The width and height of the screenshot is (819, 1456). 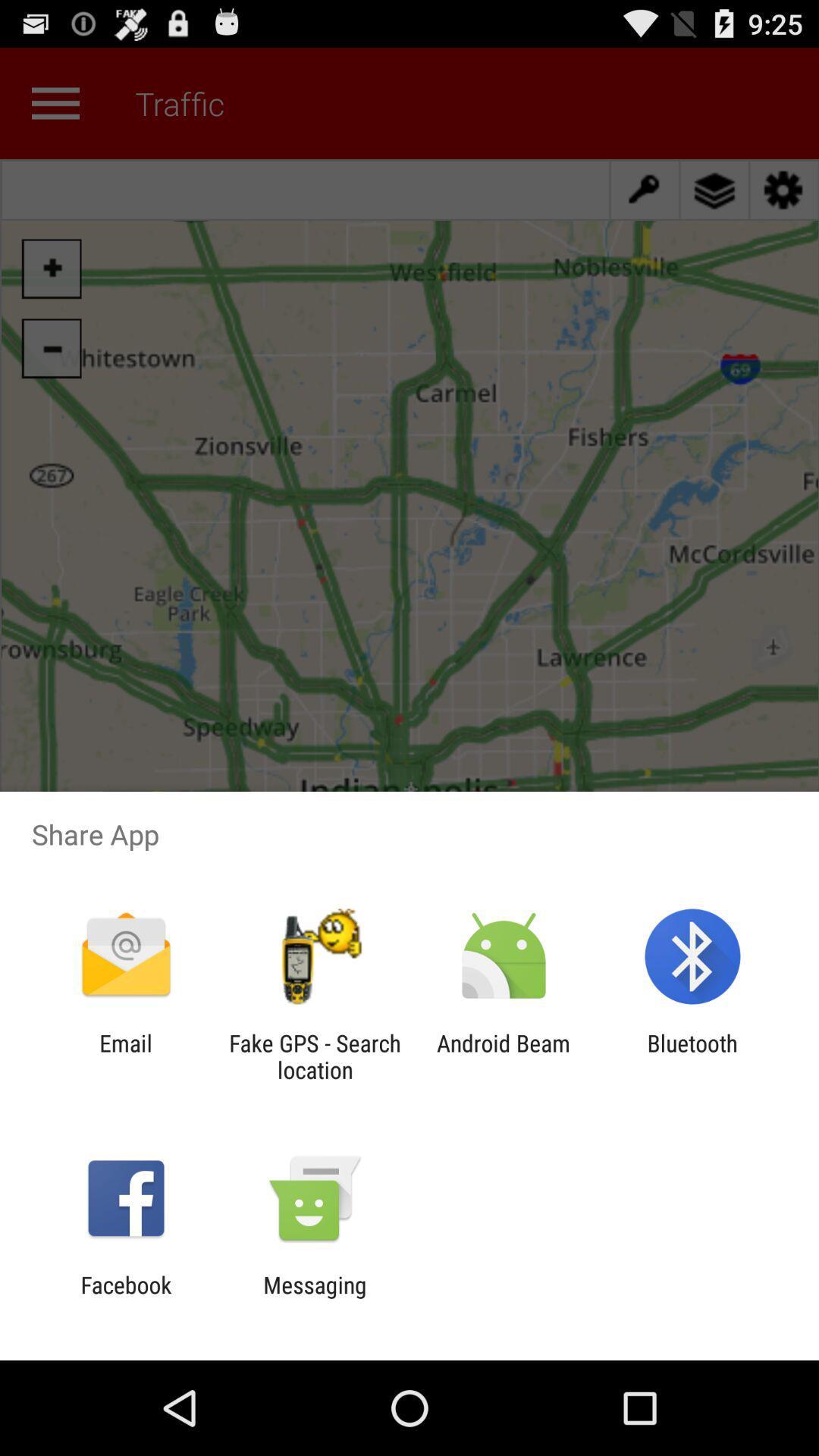 I want to click on the fake gps search icon, so click(x=314, y=1056).